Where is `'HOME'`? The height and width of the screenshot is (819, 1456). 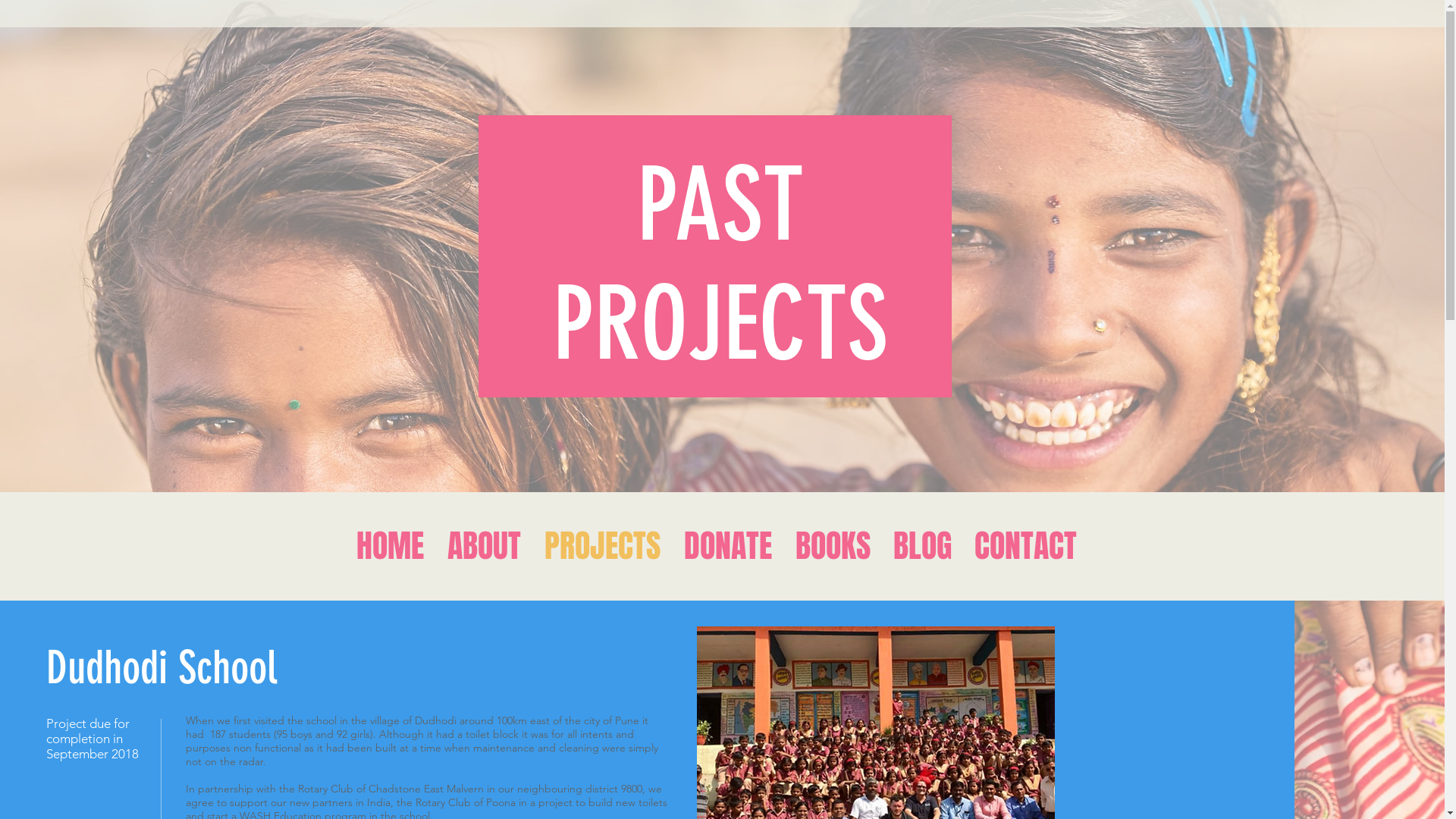 'HOME' is located at coordinates (389, 546).